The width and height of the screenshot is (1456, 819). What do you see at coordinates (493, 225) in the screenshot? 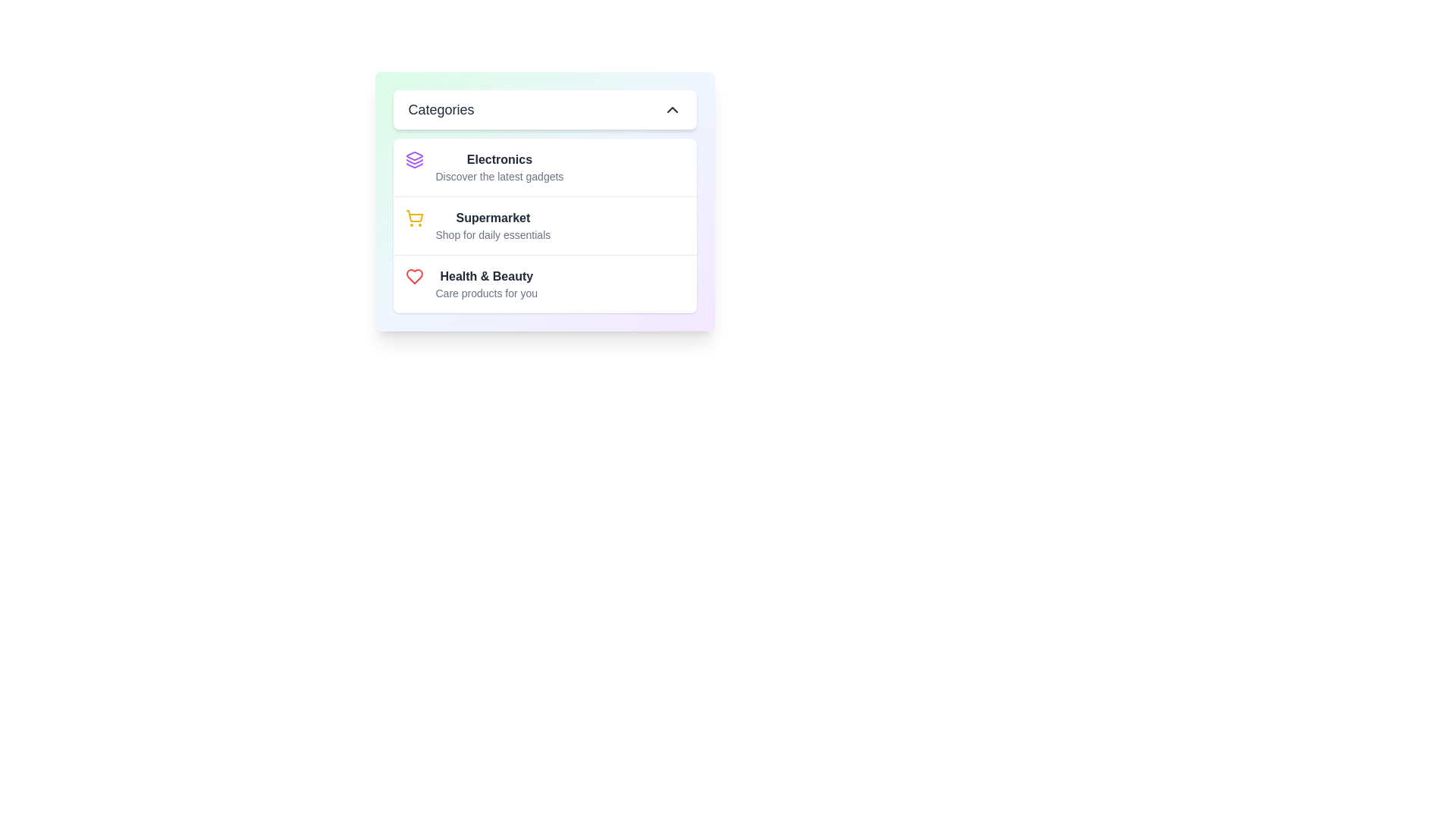
I see `the second category option` at bounding box center [493, 225].